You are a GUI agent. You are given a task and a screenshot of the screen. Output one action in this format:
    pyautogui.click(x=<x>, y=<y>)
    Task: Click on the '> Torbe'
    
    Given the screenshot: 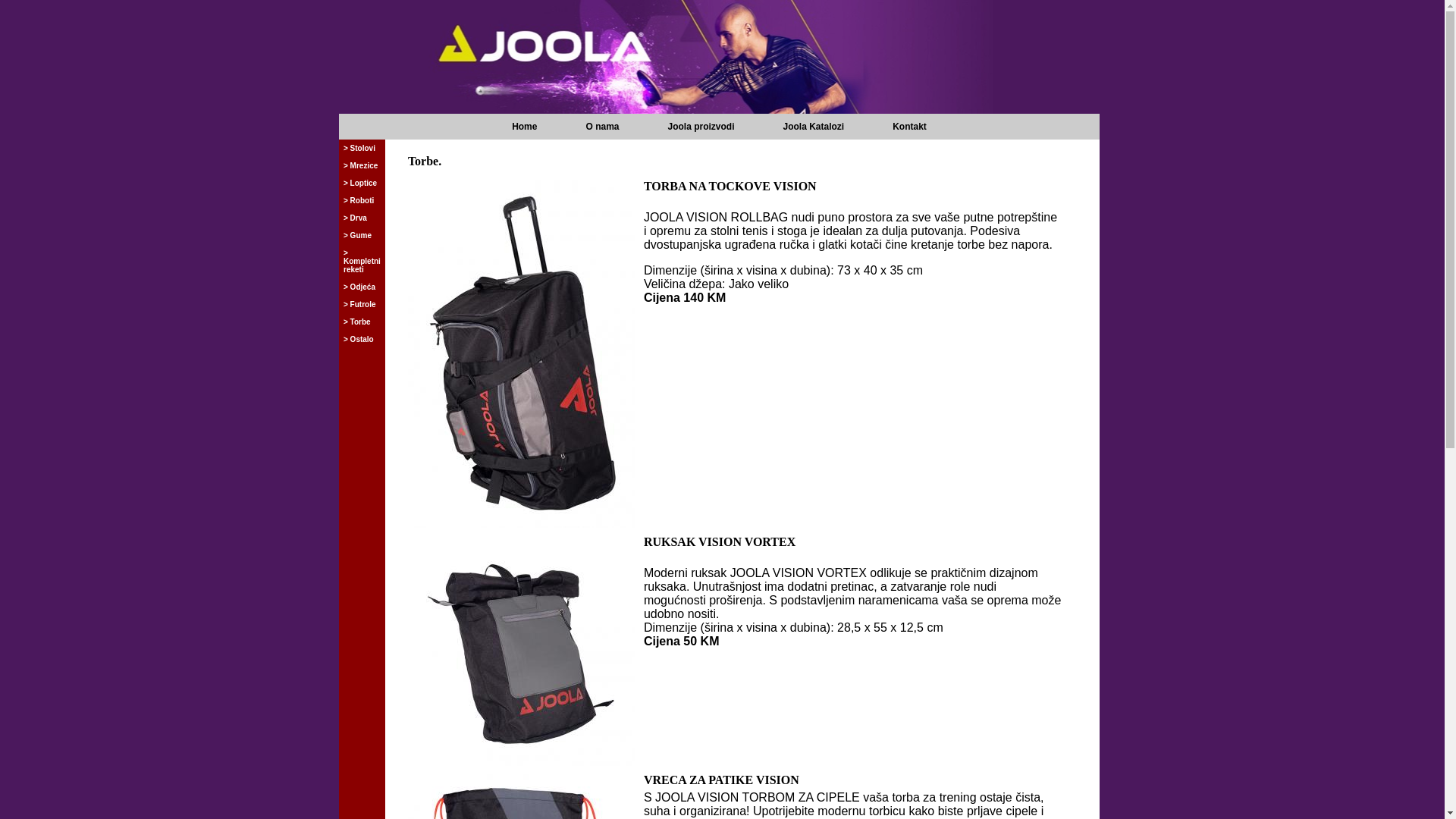 What is the action you would take?
    pyautogui.click(x=340, y=321)
    